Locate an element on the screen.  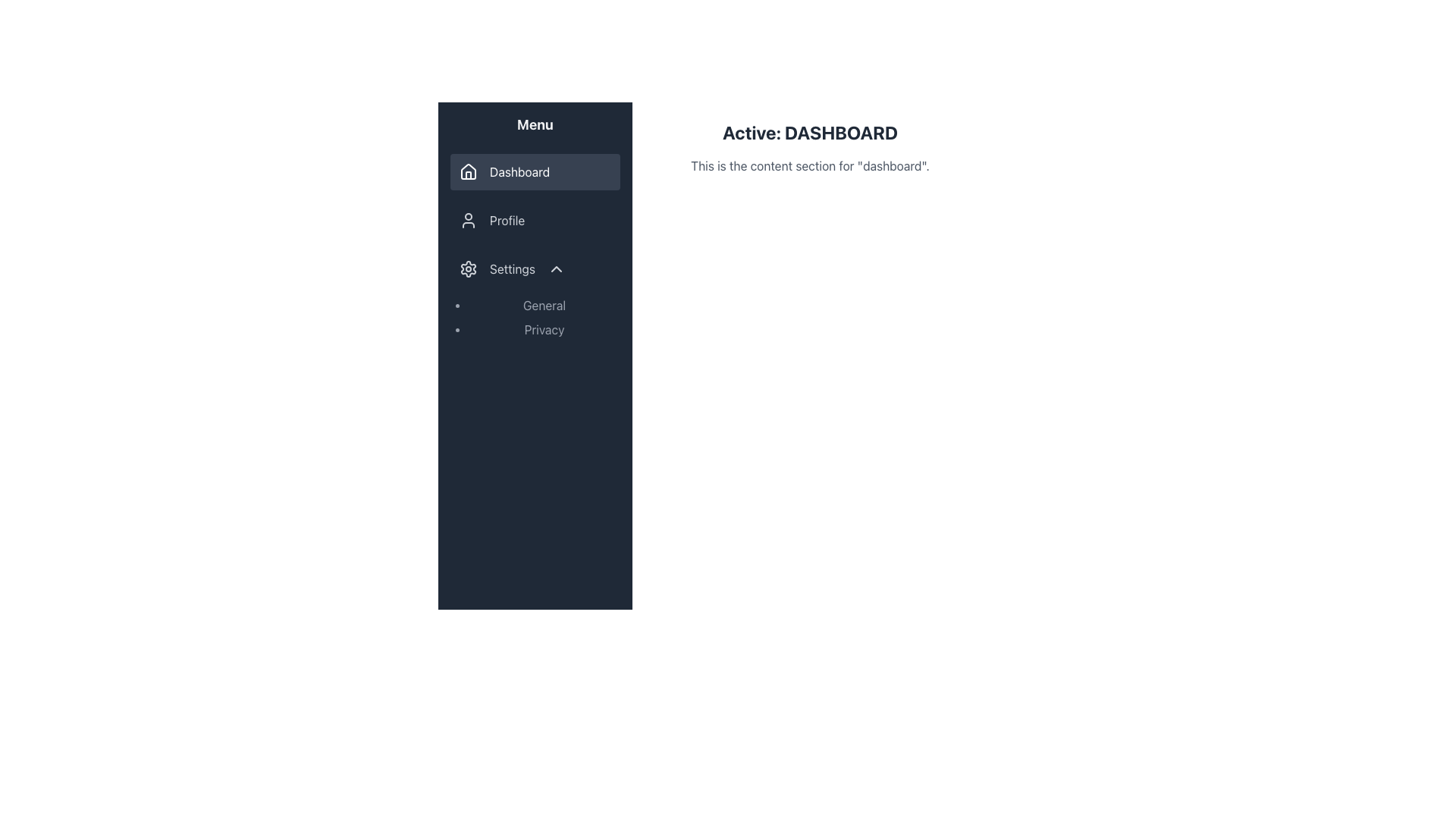
the chevron button located to the right of the 'Settings' label in the navigation menu is located at coordinates (555, 268).